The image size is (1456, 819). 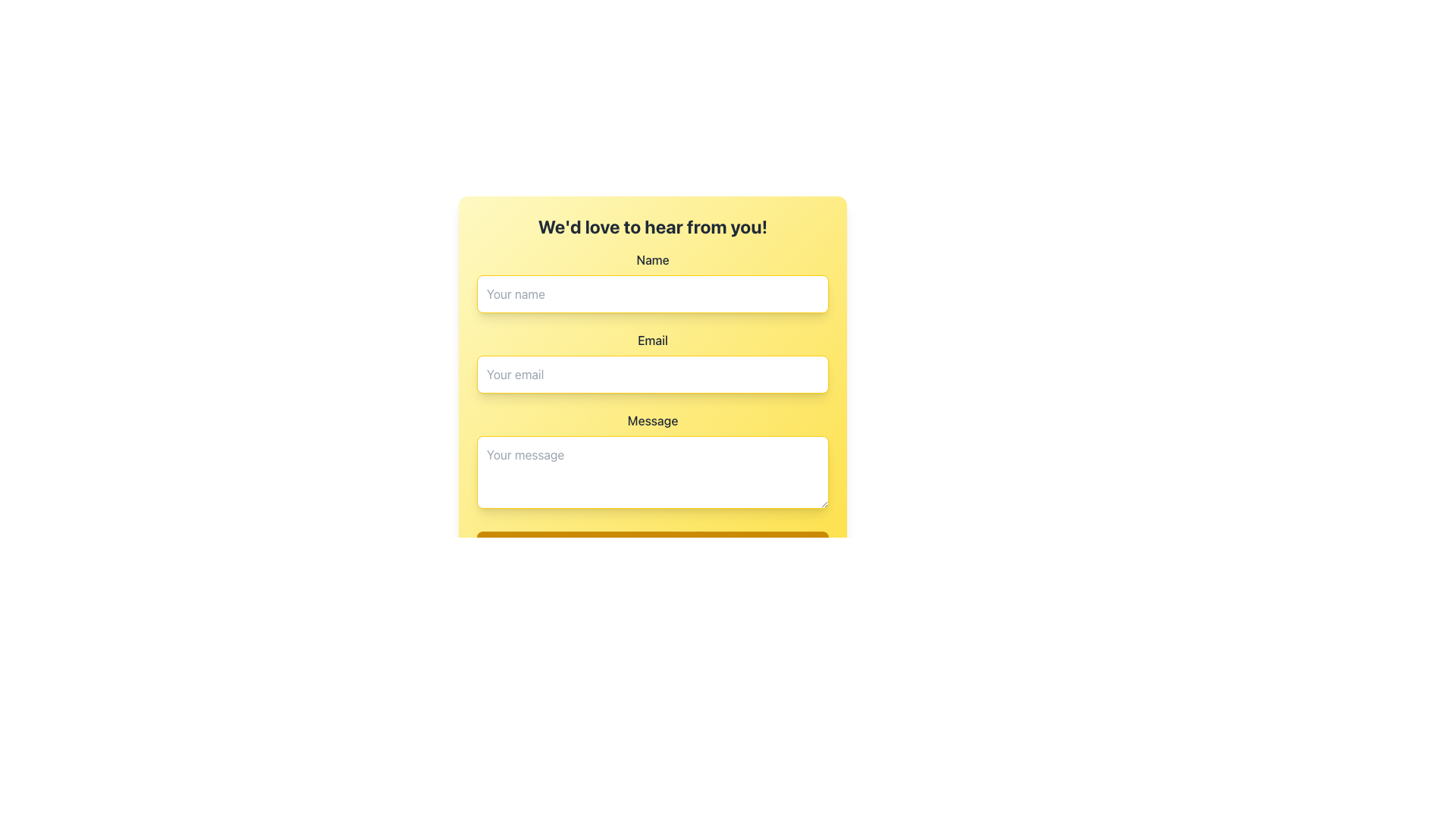 I want to click on the 'Email' label, which is bold, capitalized, and has a darker font color on a yellow background, located below the 'Name' field and above the 'Your email' input field, so click(x=652, y=339).